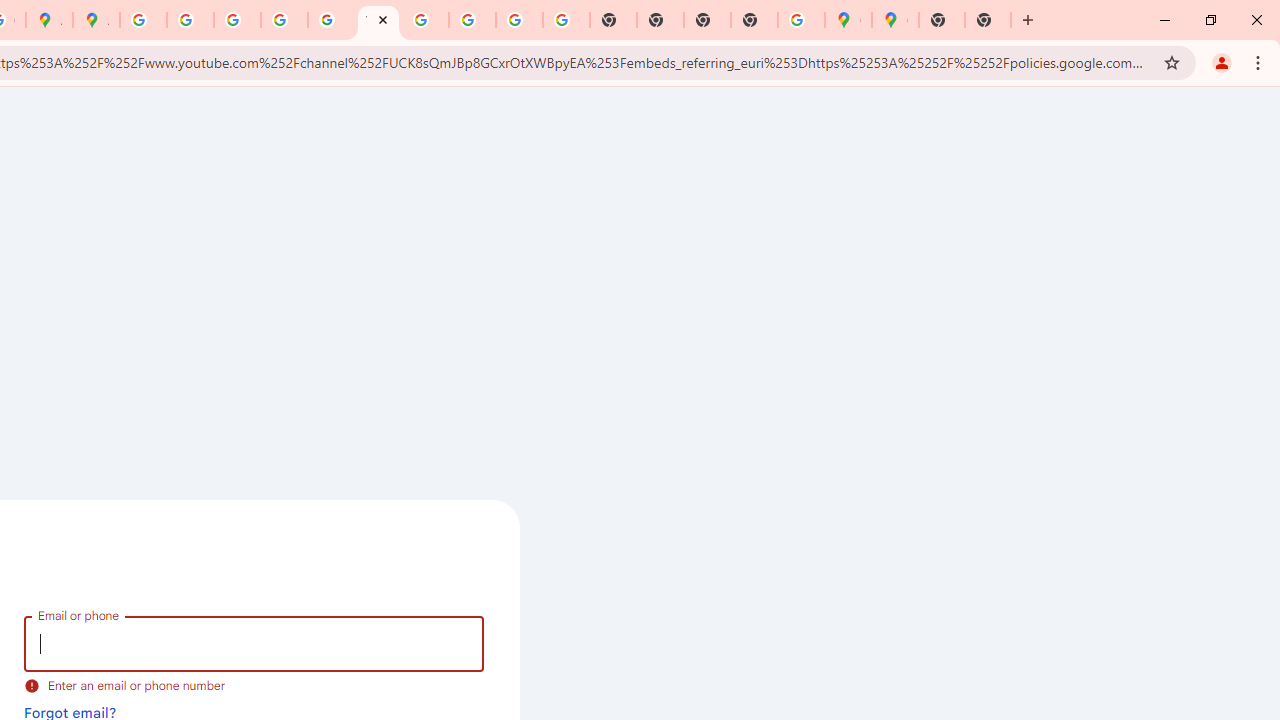  I want to click on 'Privacy Help Center - Policies Help', so click(190, 20).